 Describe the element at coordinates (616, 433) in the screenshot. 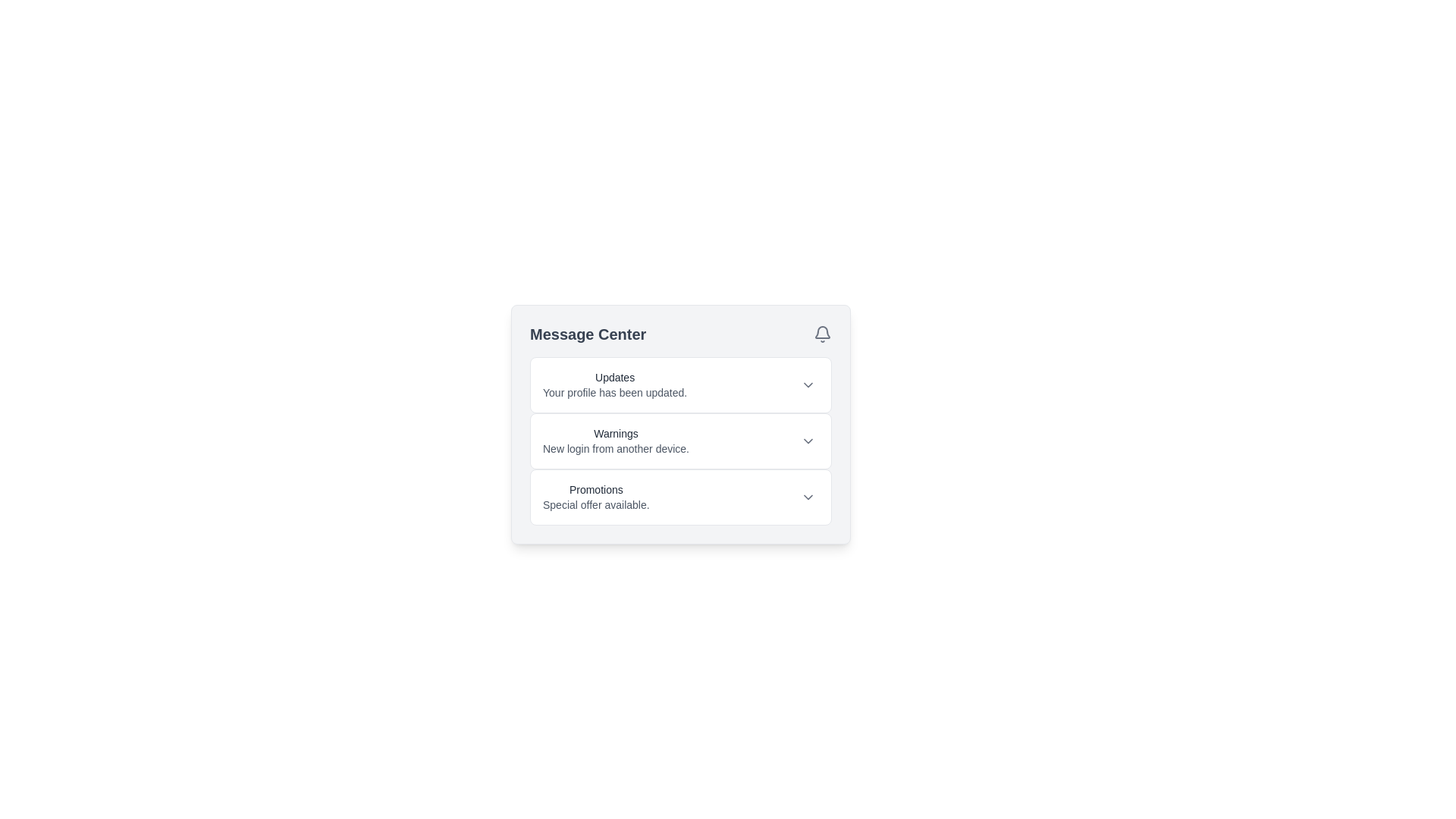

I see `the 'Warnings' label, which is styled with a small bold font in dark gray, located in the 'Message Center' panel between 'Updates' and 'Promotions'` at that location.